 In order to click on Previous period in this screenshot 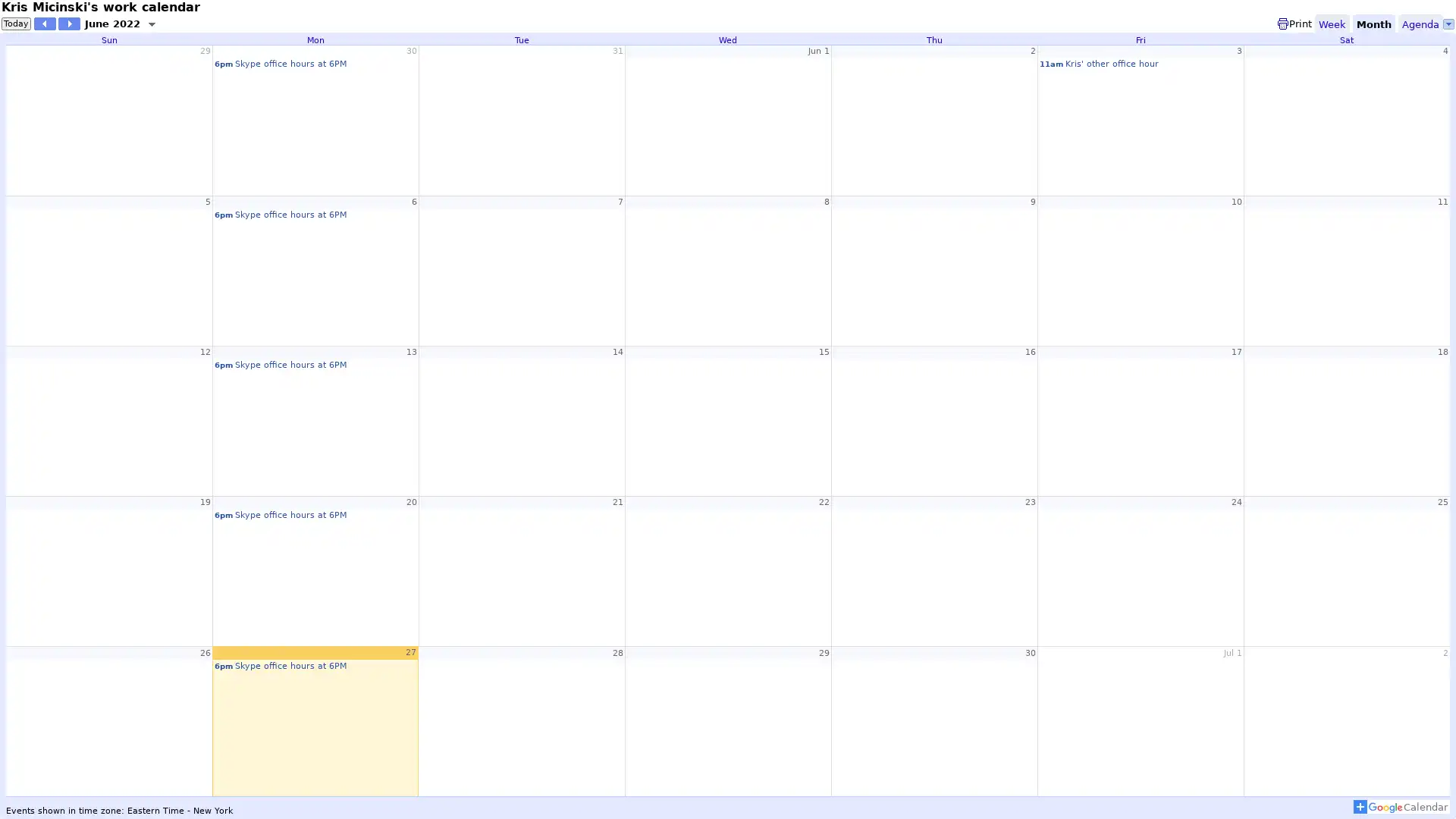, I will do `click(44, 23)`.